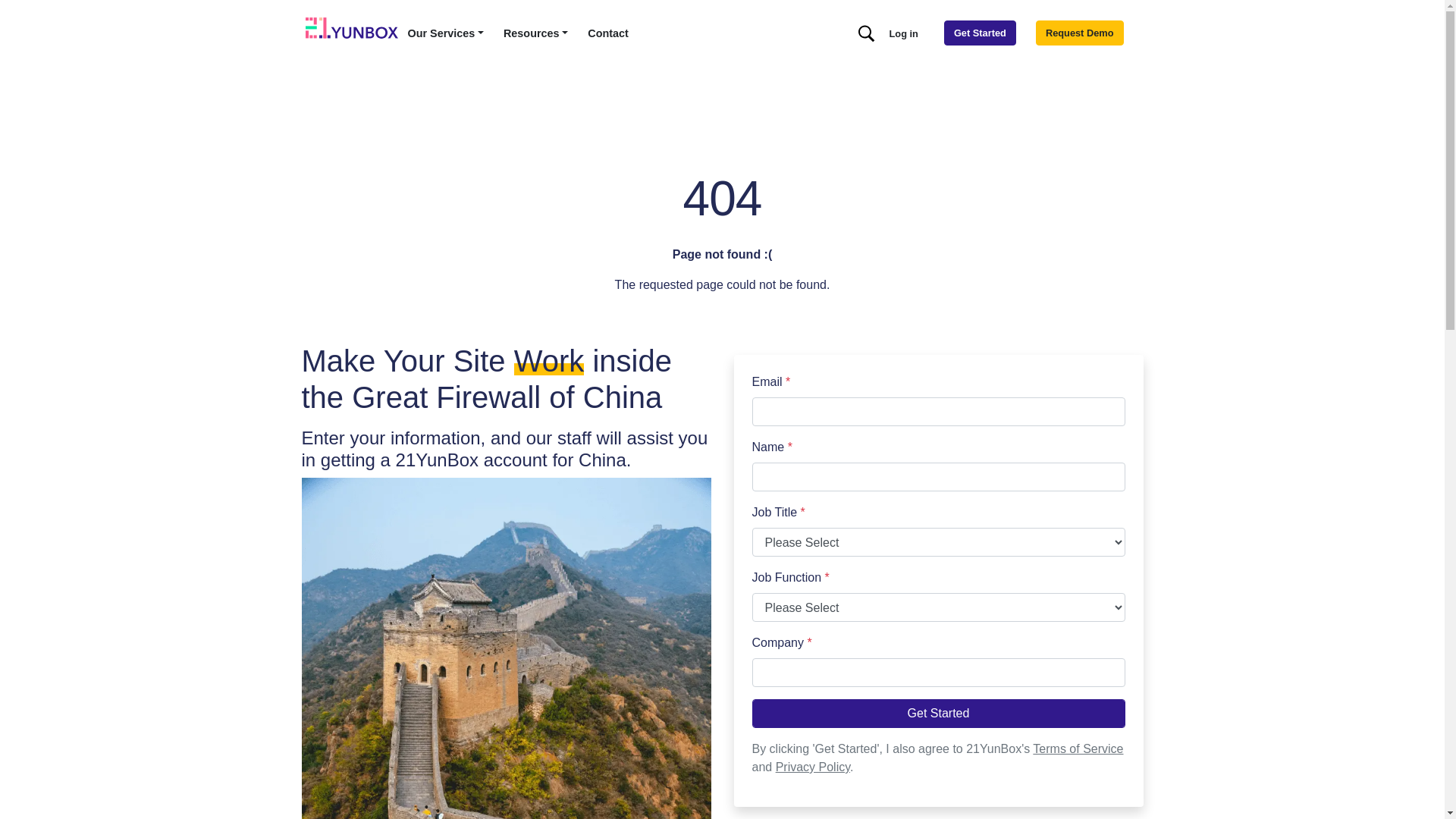  Describe the element at coordinates (980, 33) in the screenshot. I see `'Get Started'` at that location.